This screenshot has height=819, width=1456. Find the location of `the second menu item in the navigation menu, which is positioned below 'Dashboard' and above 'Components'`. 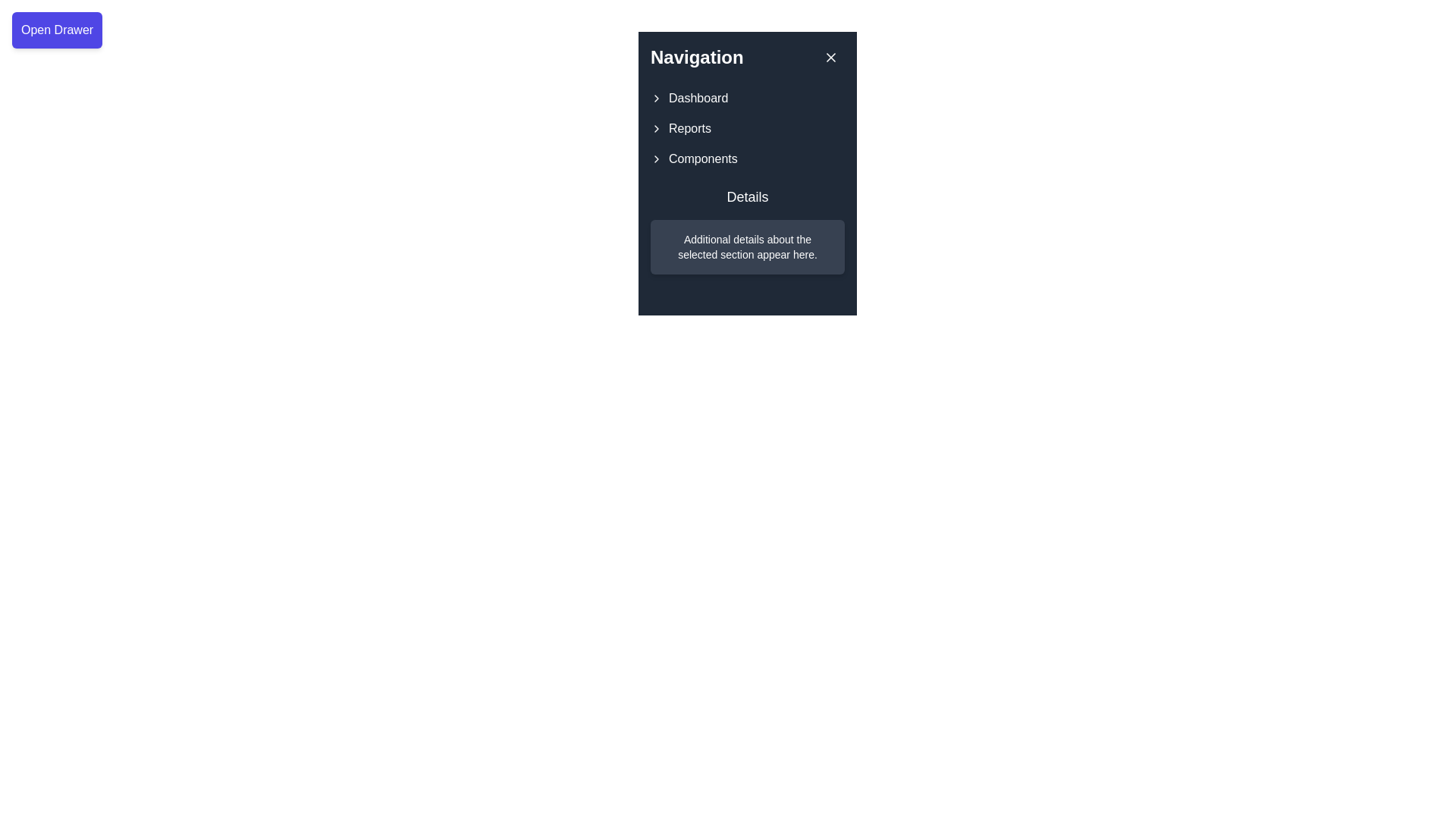

the second menu item in the navigation menu, which is positioned below 'Dashboard' and above 'Components' is located at coordinates (747, 127).